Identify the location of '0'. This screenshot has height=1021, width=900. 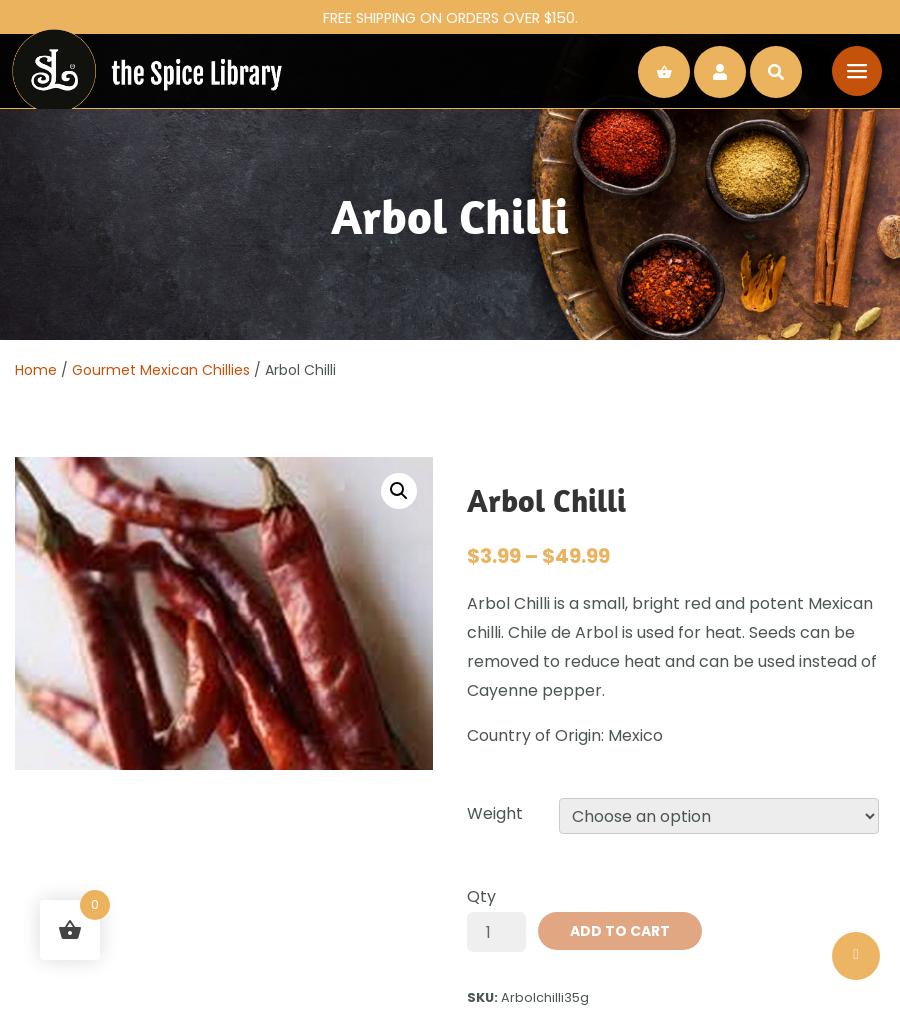
(94, 904).